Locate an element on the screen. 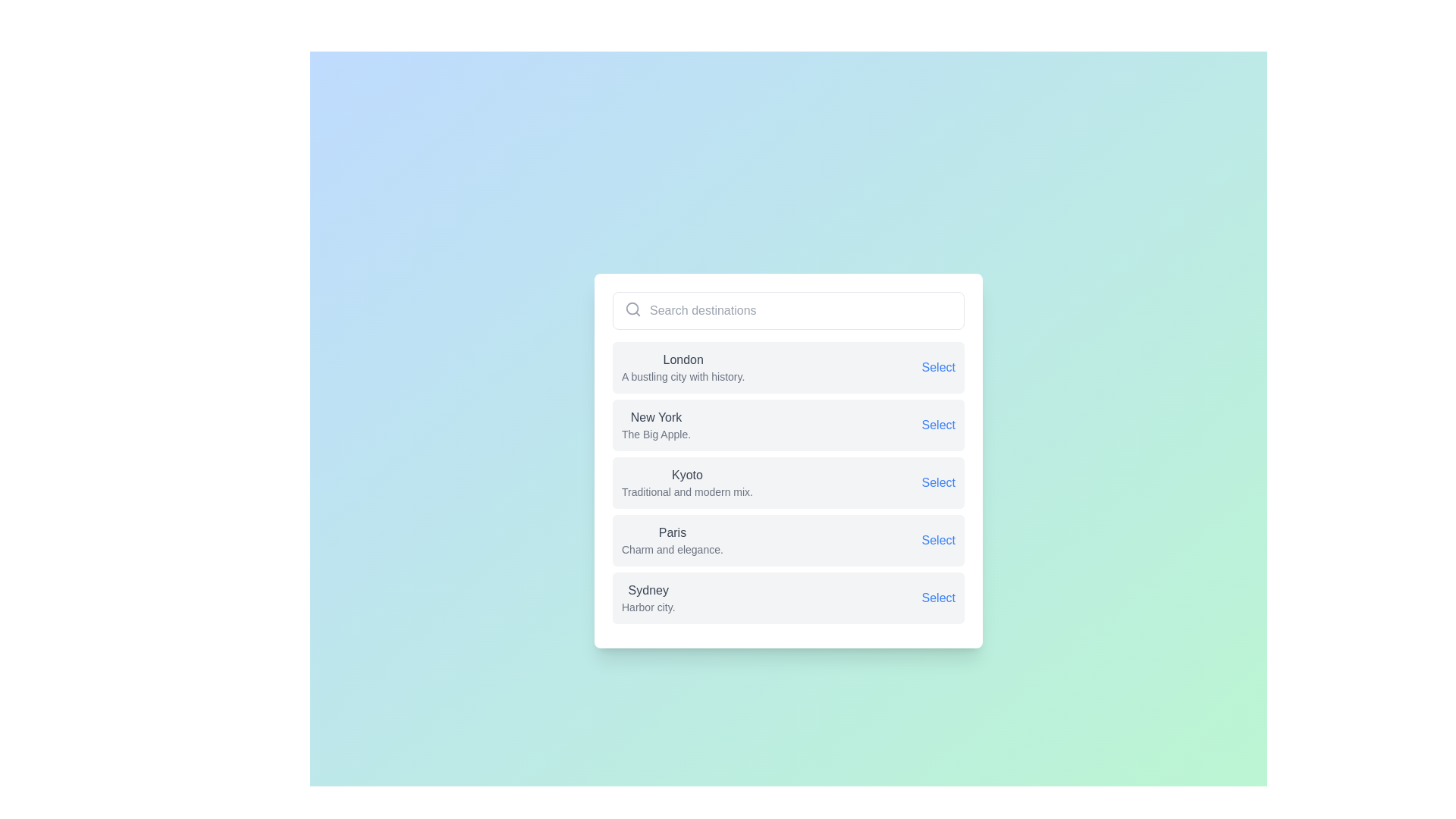  the text label displaying 'Kyoto' which is part of the third entry in a list, centered horizontally within the entry bounds is located at coordinates (686, 475).